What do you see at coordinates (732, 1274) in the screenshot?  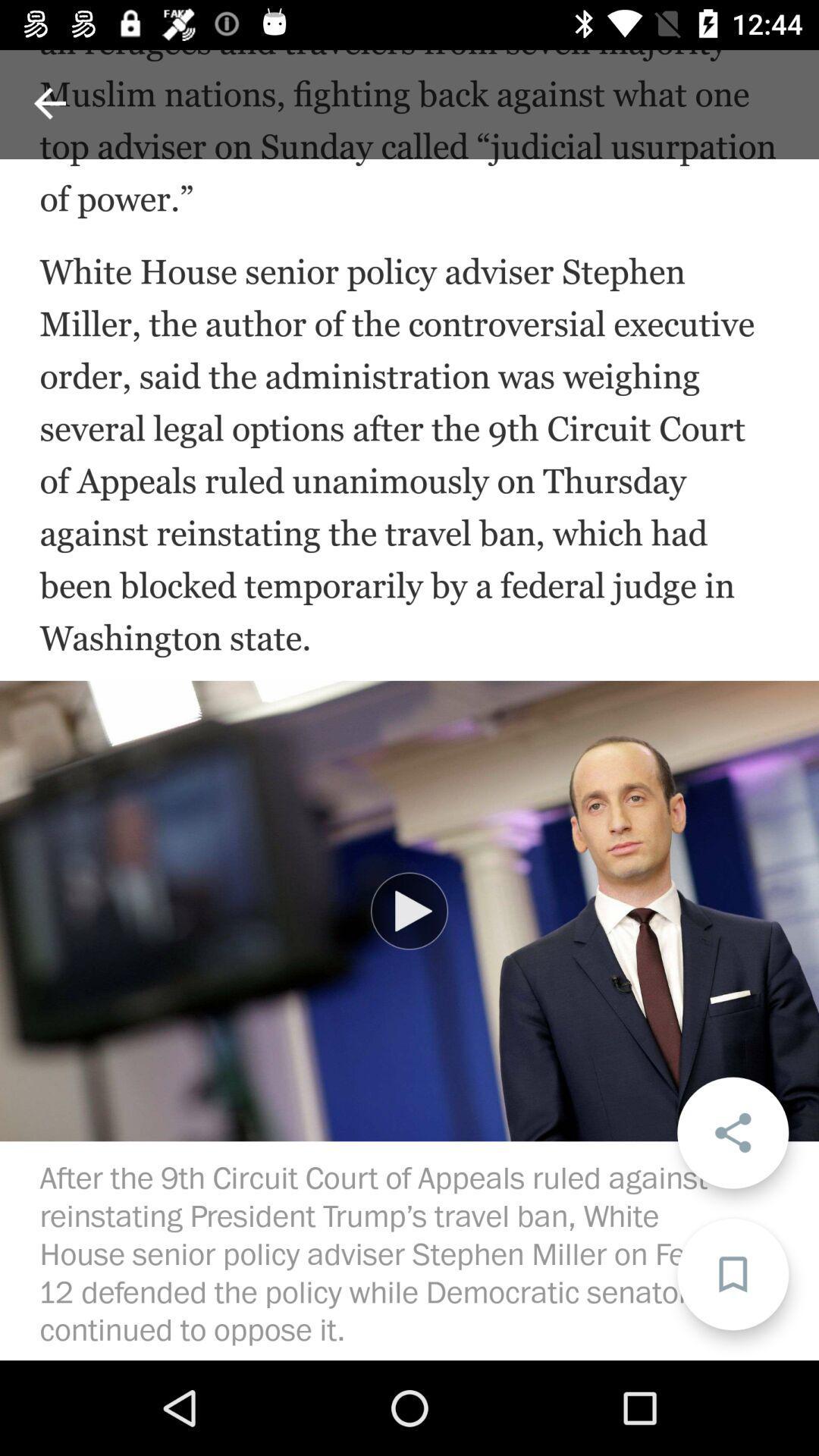 I see `the bookmark icon` at bounding box center [732, 1274].